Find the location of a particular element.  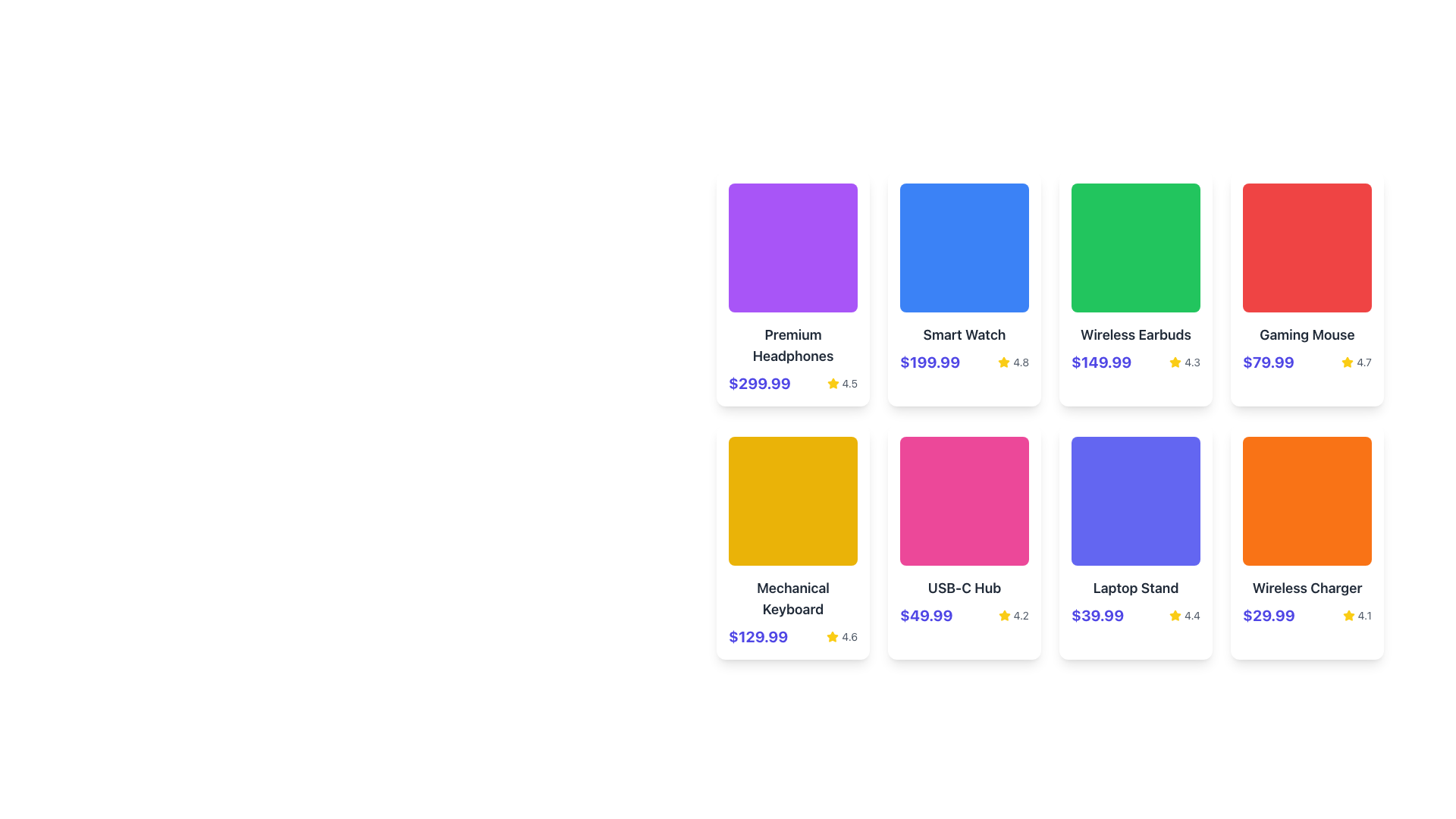

the price and rating element located at the bottom right corner of the 'Premium Headphones' product card, which displays the product's price and user rating is located at coordinates (792, 382).